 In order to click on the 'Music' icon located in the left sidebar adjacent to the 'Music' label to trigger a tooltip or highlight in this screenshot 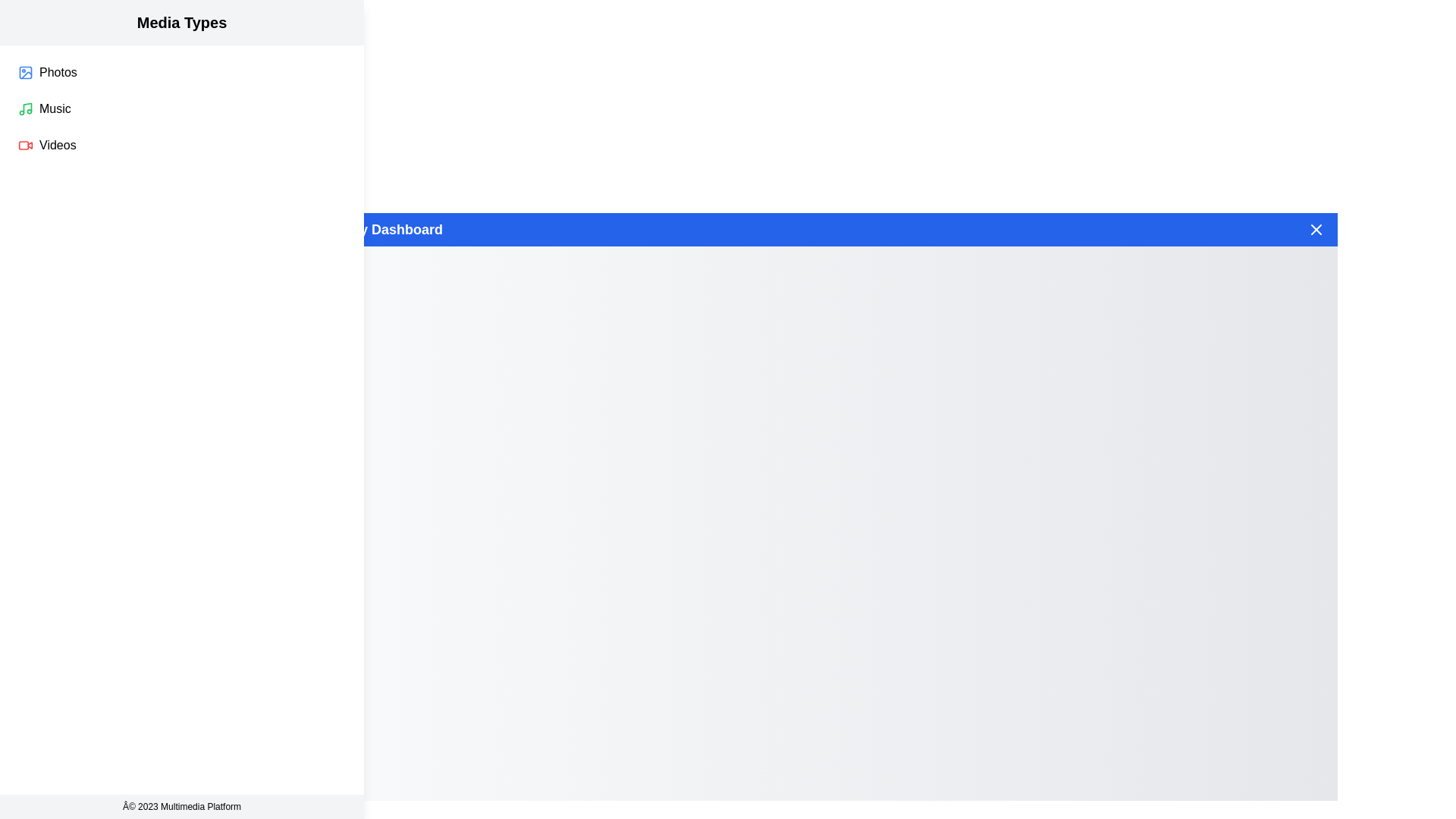, I will do `click(25, 108)`.